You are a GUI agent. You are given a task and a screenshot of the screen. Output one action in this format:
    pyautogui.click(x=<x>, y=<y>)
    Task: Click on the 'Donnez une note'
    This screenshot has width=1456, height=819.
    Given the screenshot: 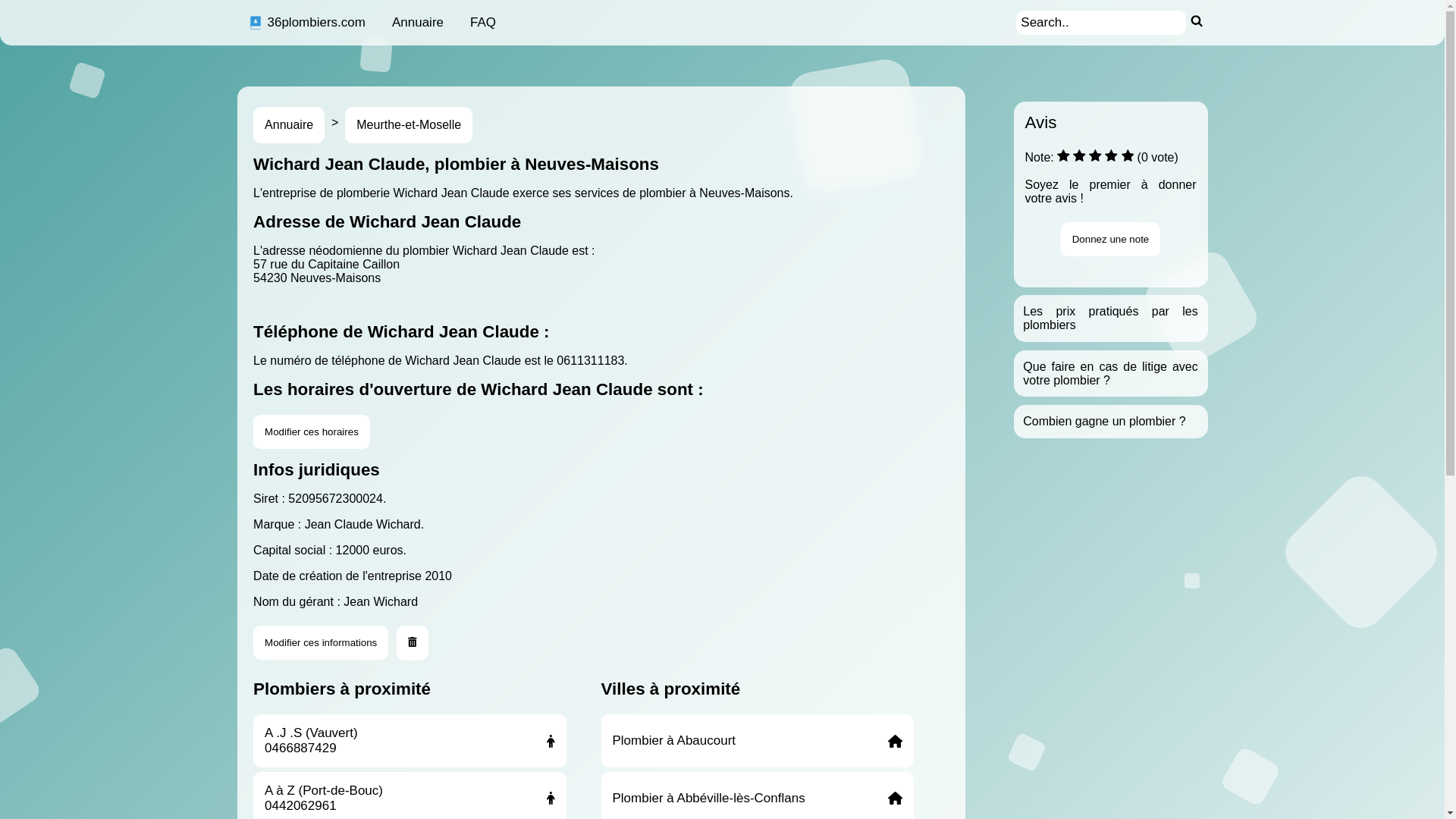 What is the action you would take?
    pyautogui.click(x=1059, y=239)
    